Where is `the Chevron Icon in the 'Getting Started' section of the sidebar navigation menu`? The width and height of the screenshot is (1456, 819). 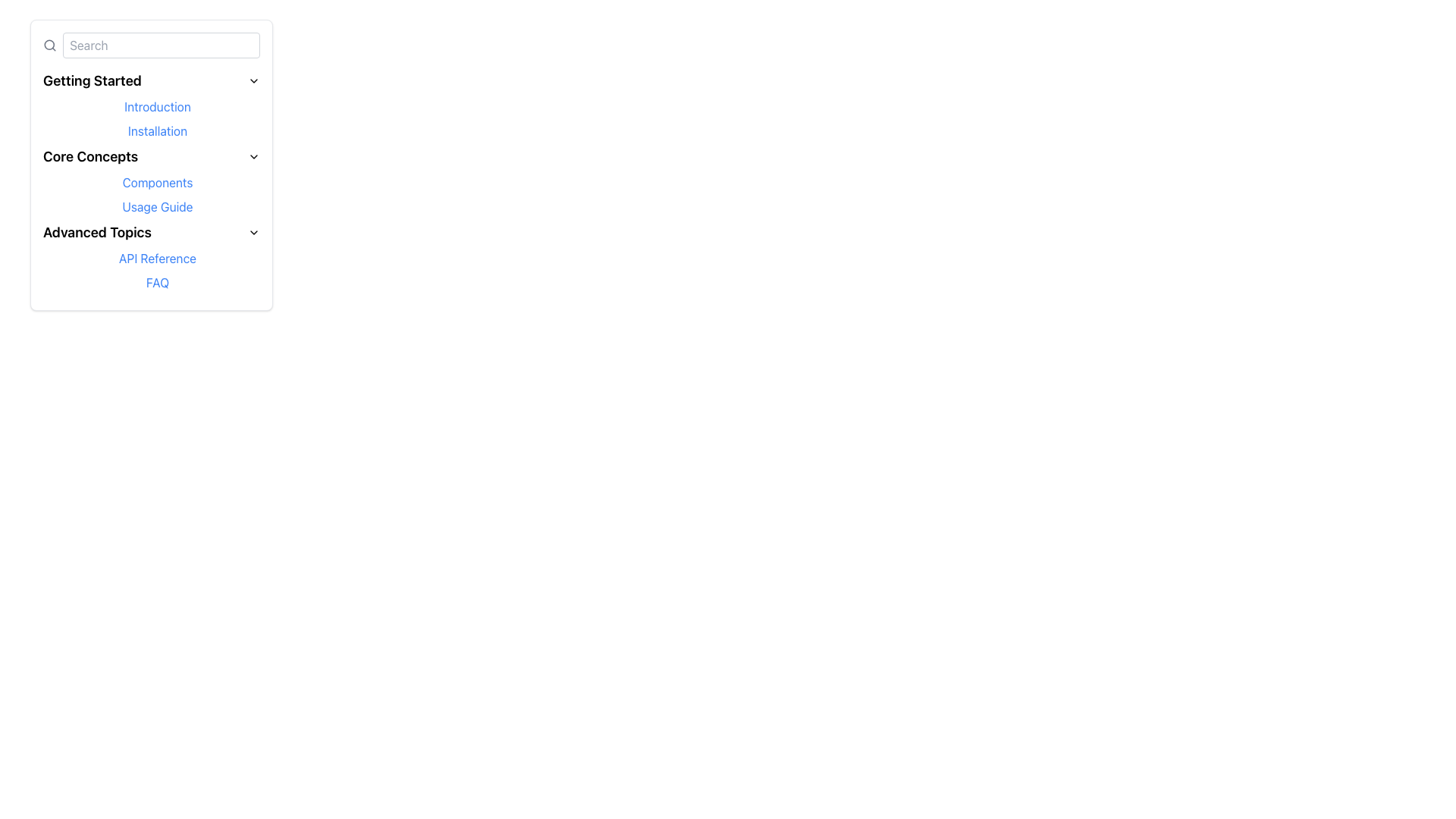 the Chevron Icon in the 'Getting Started' section of the sidebar navigation menu is located at coordinates (254, 81).